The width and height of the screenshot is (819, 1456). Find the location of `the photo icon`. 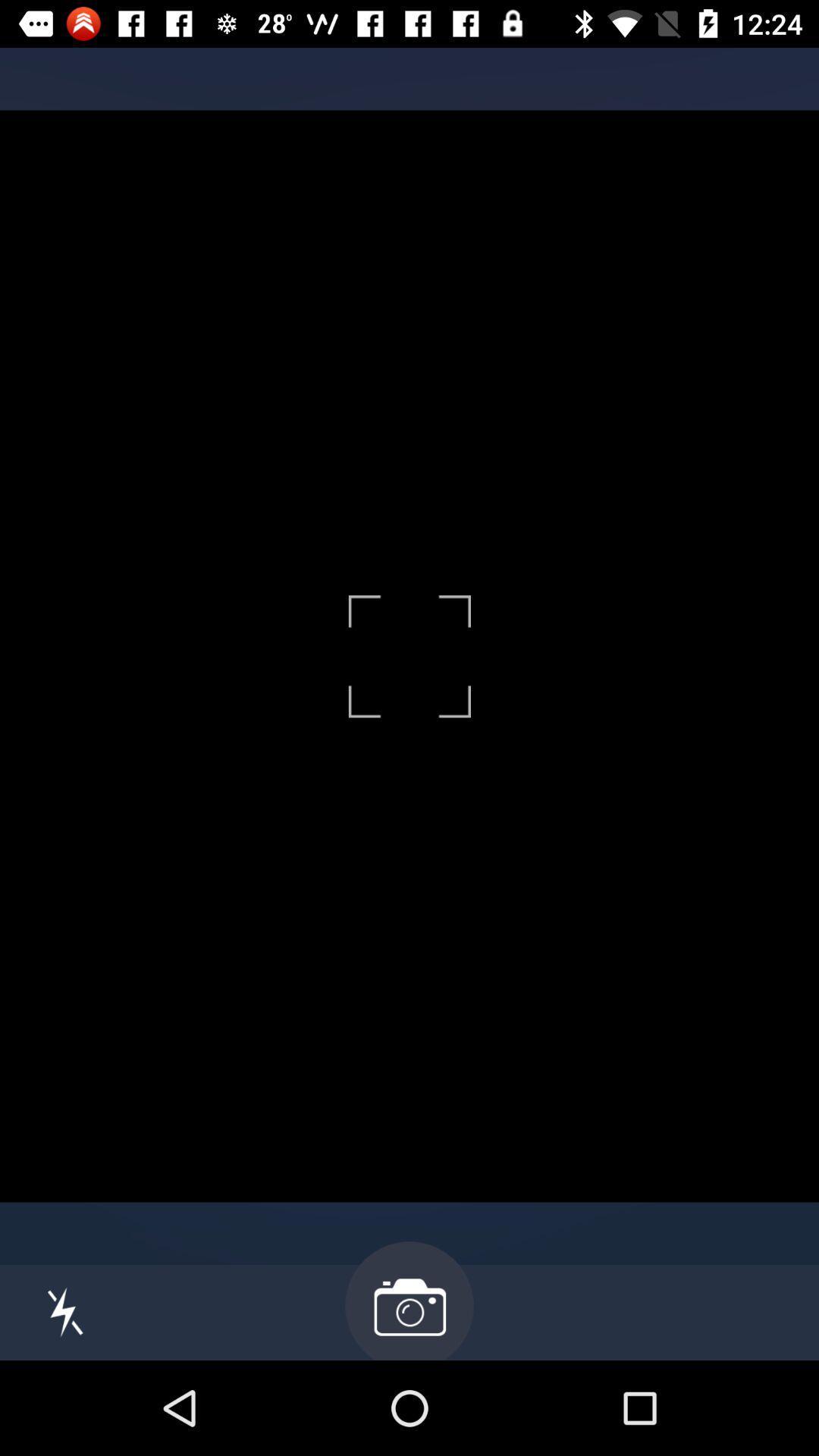

the photo icon is located at coordinates (409, 1300).